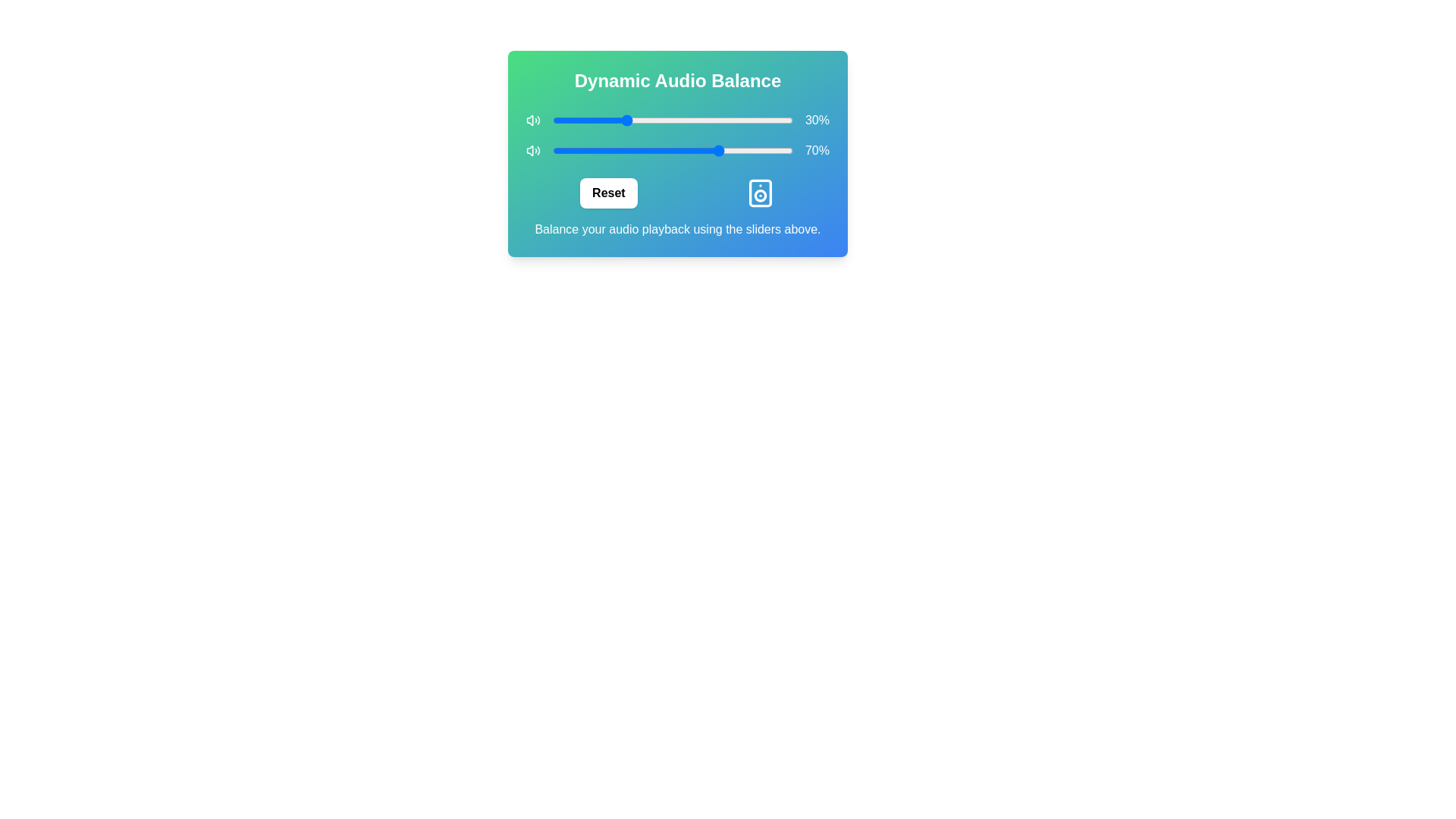  I want to click on the SVG Circle element that serves as a visual indicator within the SVG, located at the bottom-right area of the primary card interface, so click(760, 195).